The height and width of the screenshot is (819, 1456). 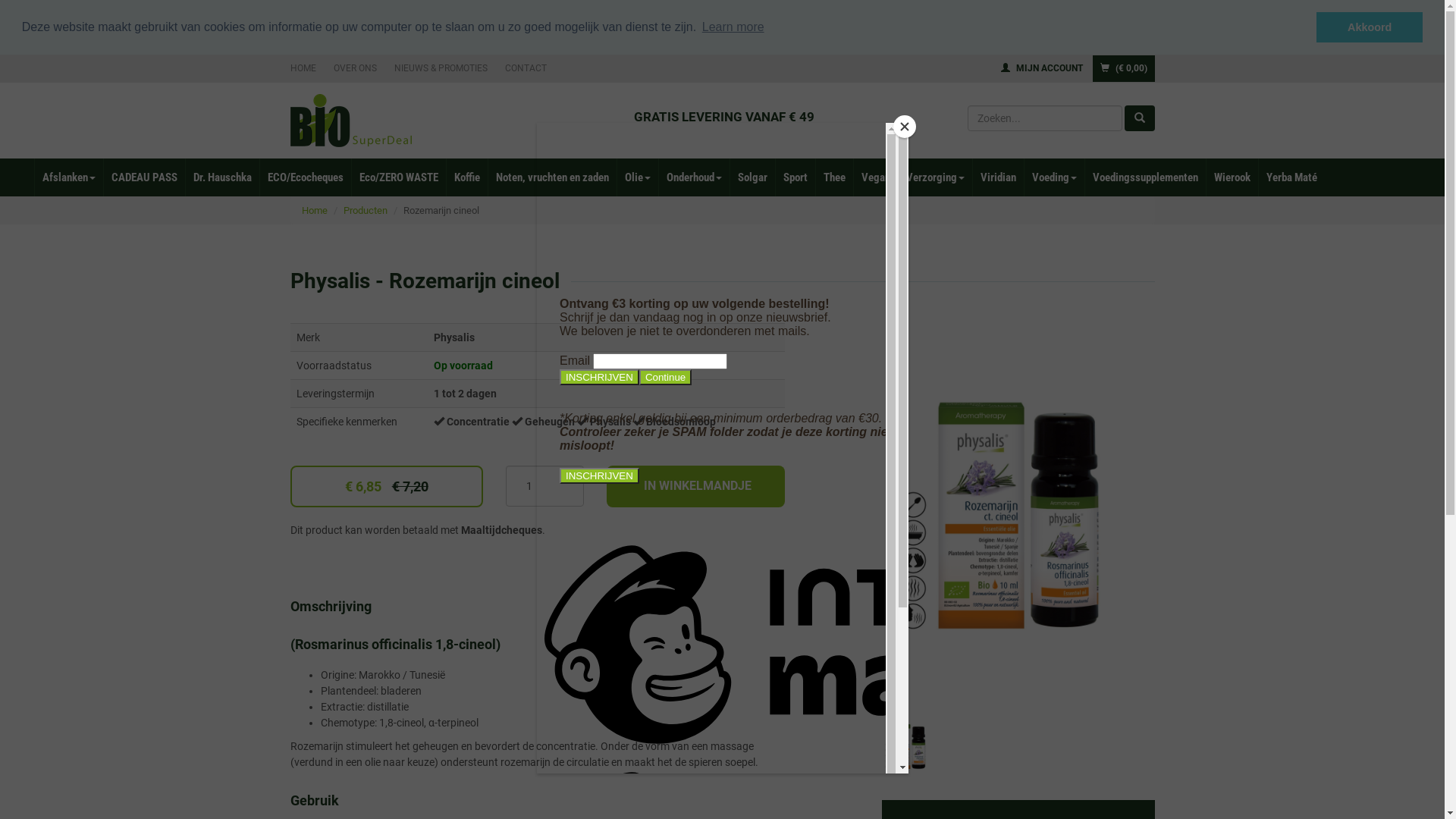 I want to click on 'ECO/Ecocheques', so click(x=304, y=175).